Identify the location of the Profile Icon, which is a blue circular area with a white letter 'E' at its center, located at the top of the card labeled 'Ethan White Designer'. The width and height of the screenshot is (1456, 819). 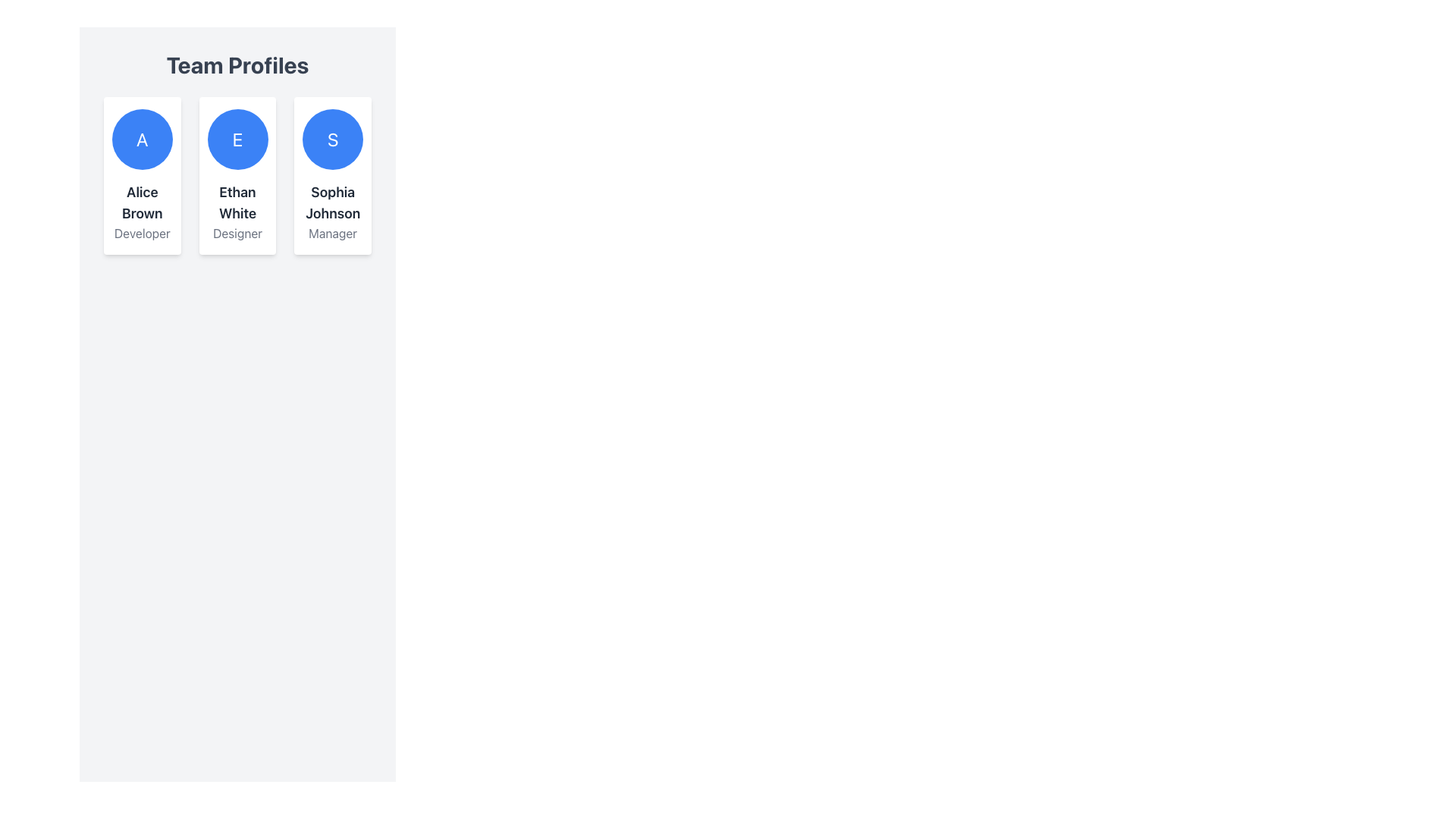
(237, 140).